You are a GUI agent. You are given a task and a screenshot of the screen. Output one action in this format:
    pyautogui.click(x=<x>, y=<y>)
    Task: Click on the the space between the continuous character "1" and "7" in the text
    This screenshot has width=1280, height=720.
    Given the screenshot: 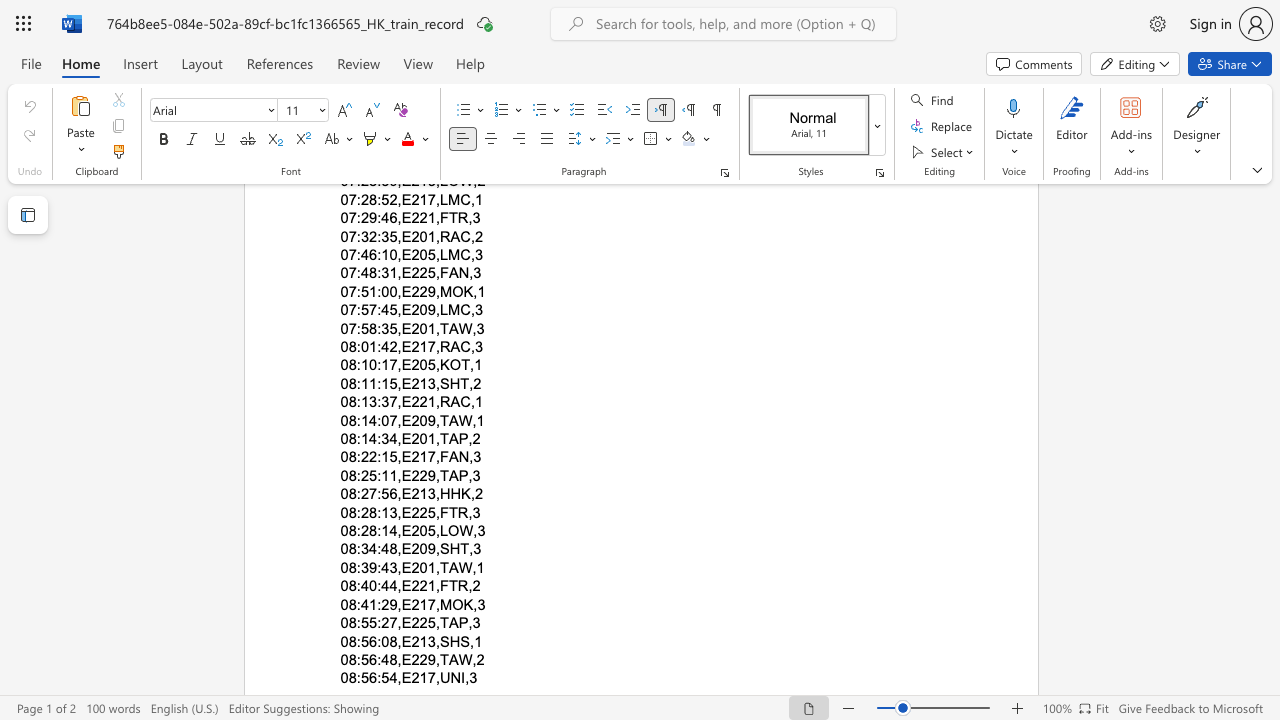 What is the action you would take?
    pyautogui.click(x=426, y=677)
    